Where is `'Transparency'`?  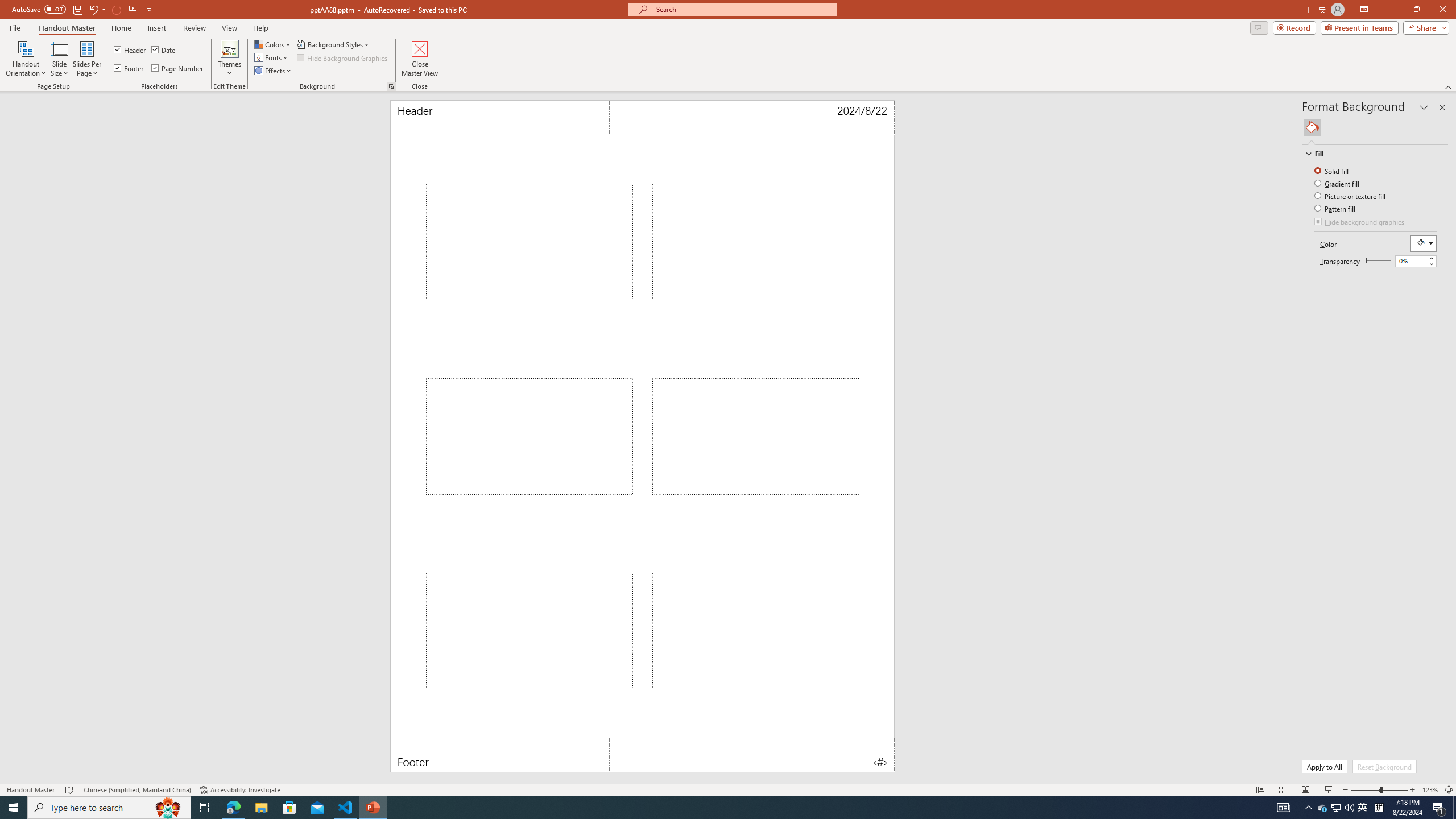
'Transparency' is located at coordinates (1378, 260).